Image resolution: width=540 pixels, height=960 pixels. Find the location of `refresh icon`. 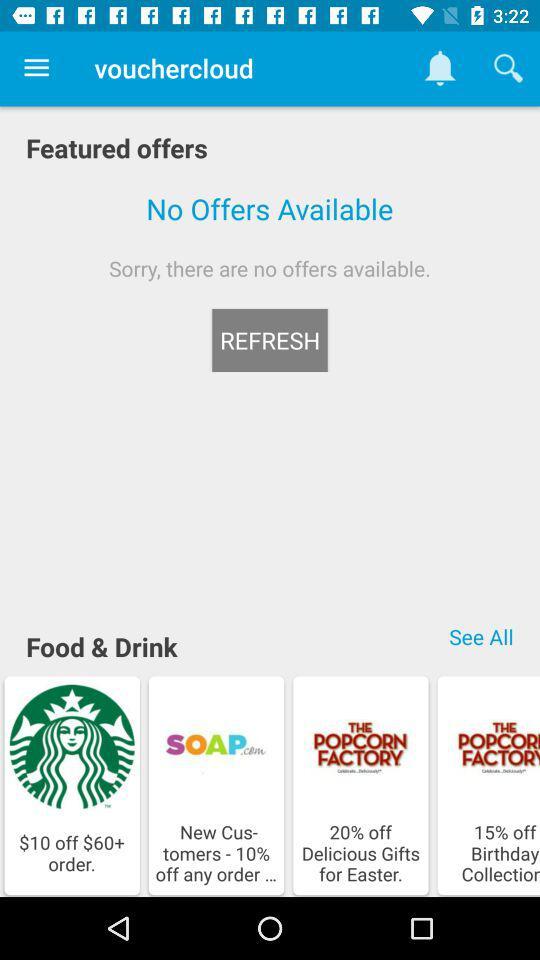

refresh icon is located at coordinates (270, 340).